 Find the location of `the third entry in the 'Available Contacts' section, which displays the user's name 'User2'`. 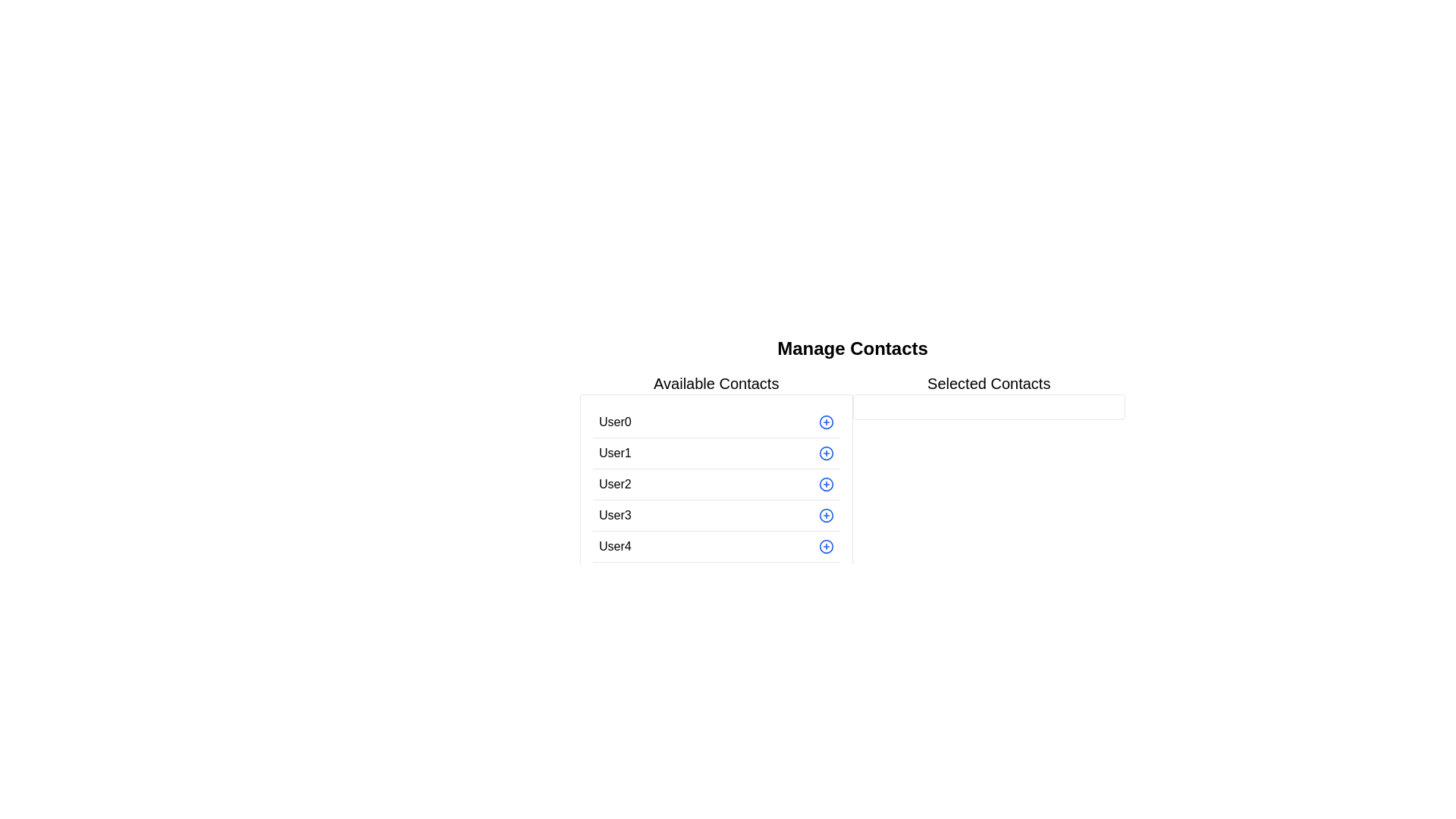

the third entry in the 'Available Contacts' section, which displays the user's name 'User2' is located at coordinates (715, 485).